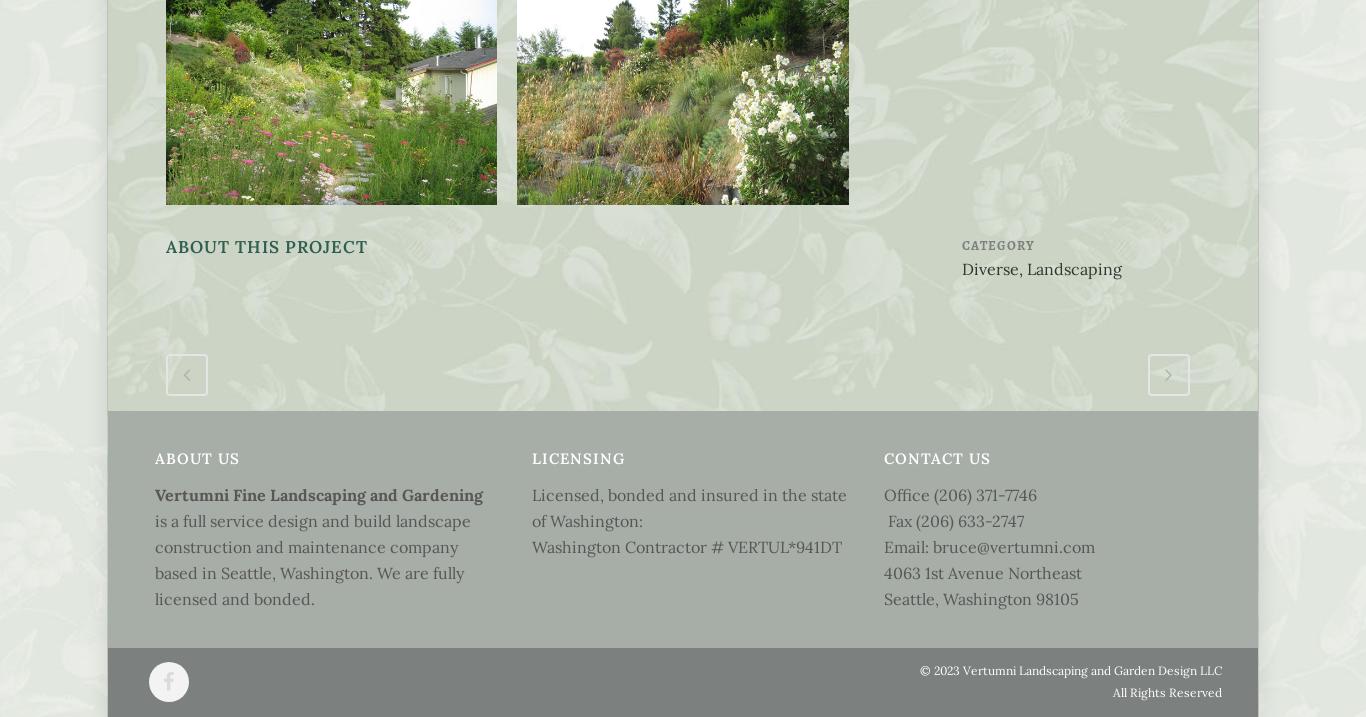 The image size is (1366, 717). Describe the element at coordinates (265, 246) in the screenshot. I see `'About This Project'` at that location.